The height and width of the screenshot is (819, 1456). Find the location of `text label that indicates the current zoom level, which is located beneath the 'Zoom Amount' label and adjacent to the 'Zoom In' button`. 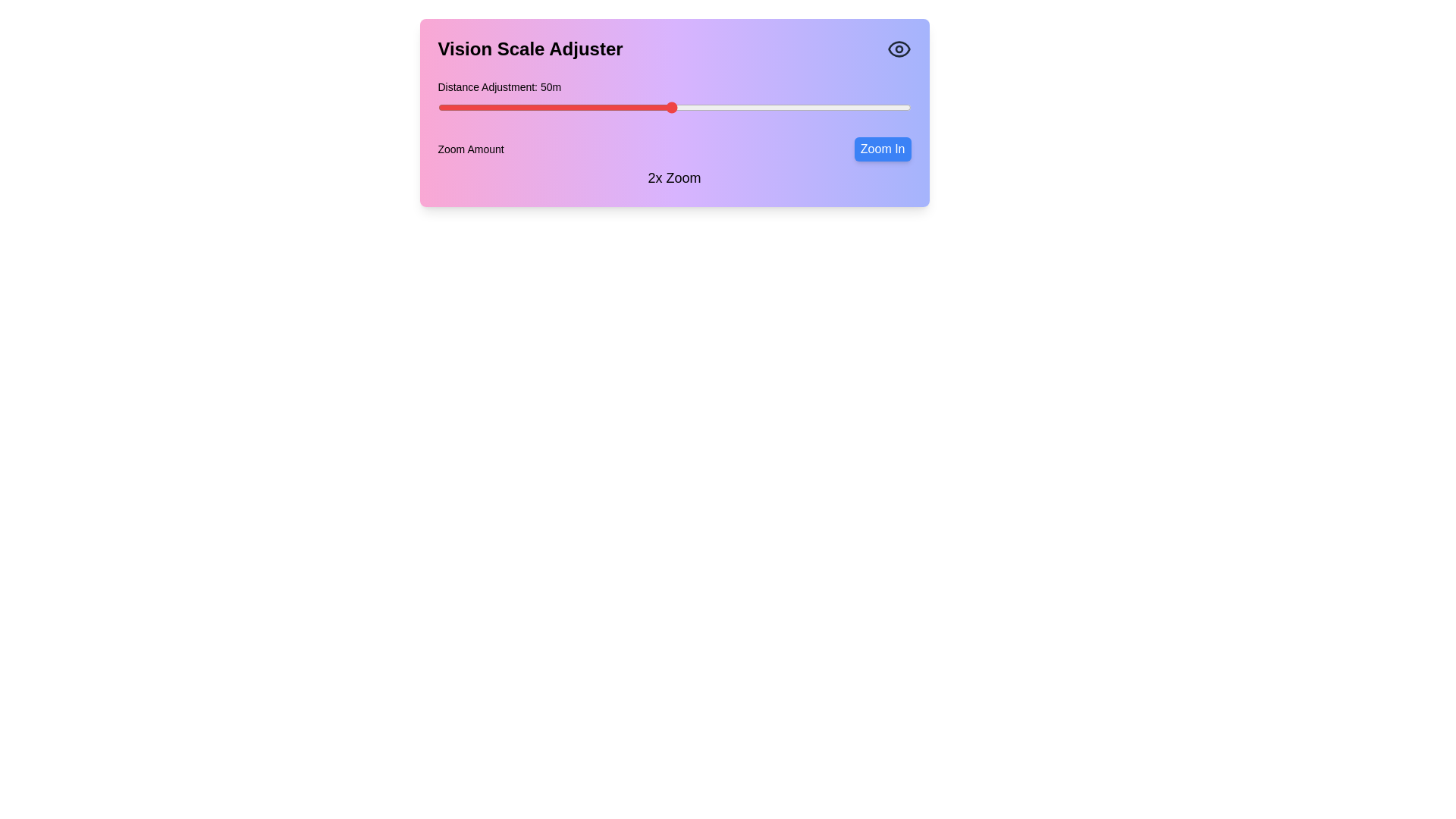

text label that indicates the current zoom level, which is located beneath the 'Zoom Amount' label and adjacent to the 'Zoom In' button is located at coordinates (673, 177).